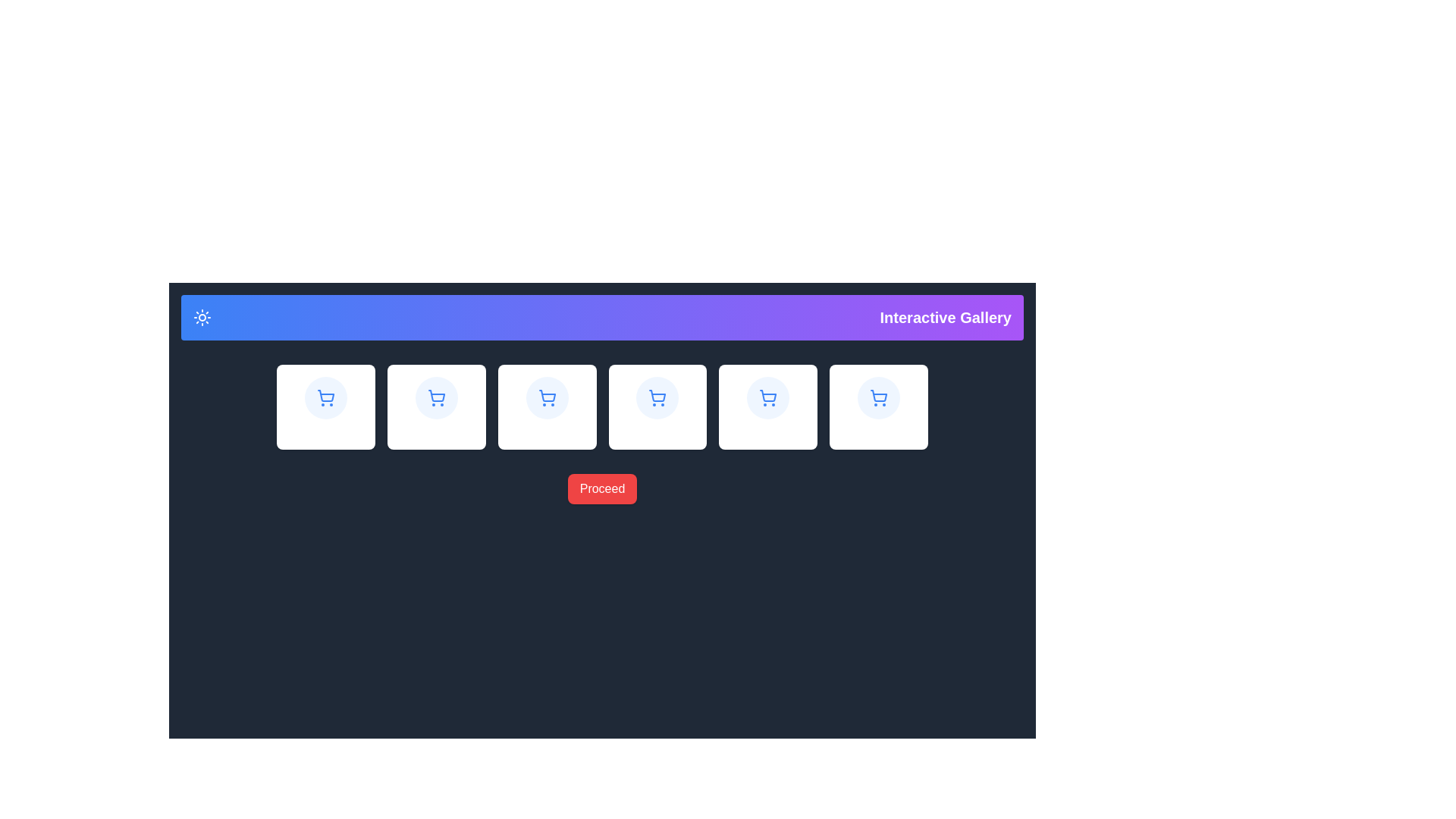 The image size is (1456, 819). Describe the element at coordinates (435, 397) in the screenshot. I see `the third rounded button with a soft blue background and a shopping cart icon in the center` at that location.